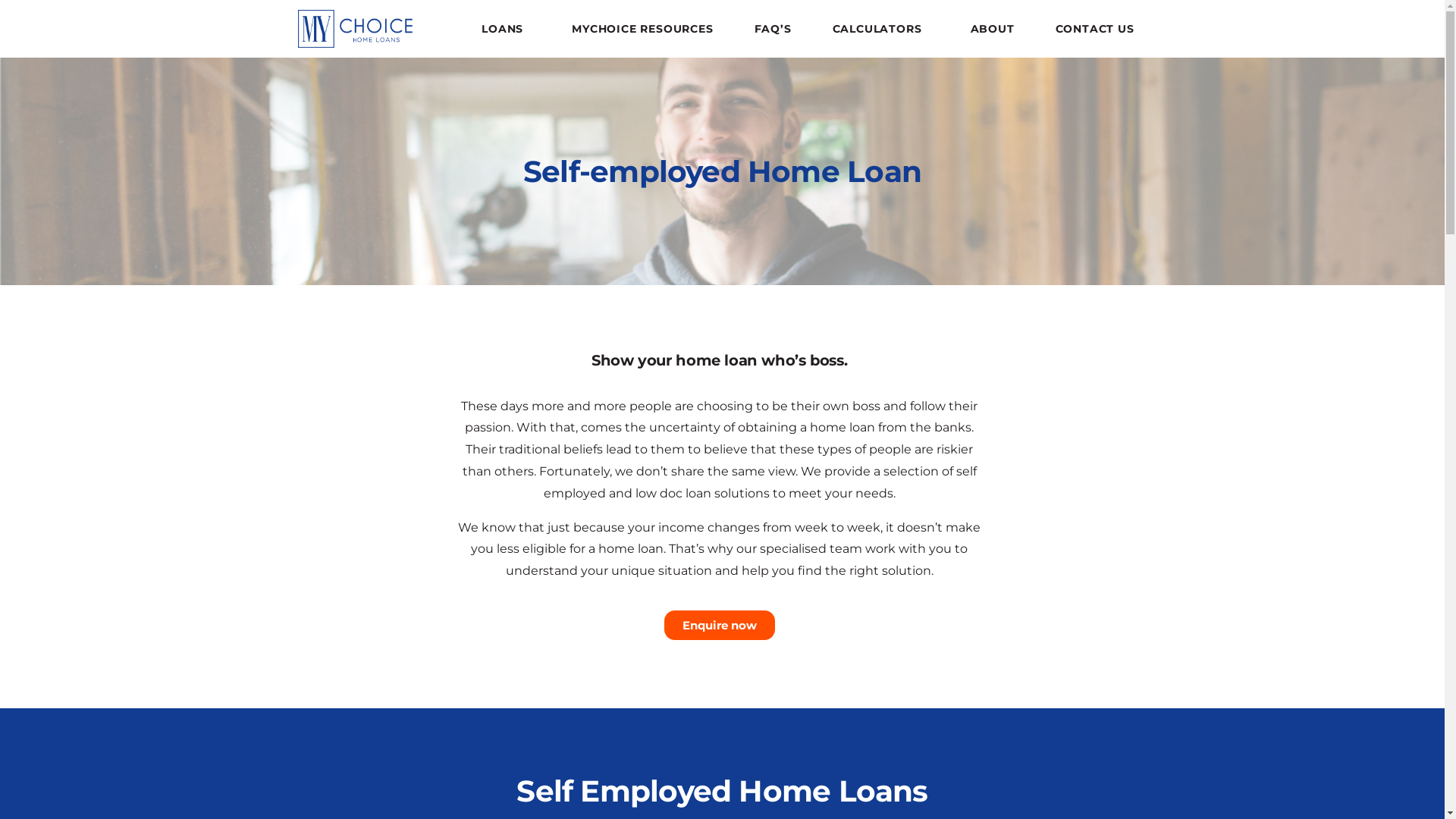  What do you see at coordinates (1033, 29) in the screenshot?
I see `'CONTACT US'` at bounding box center [1033, 29].